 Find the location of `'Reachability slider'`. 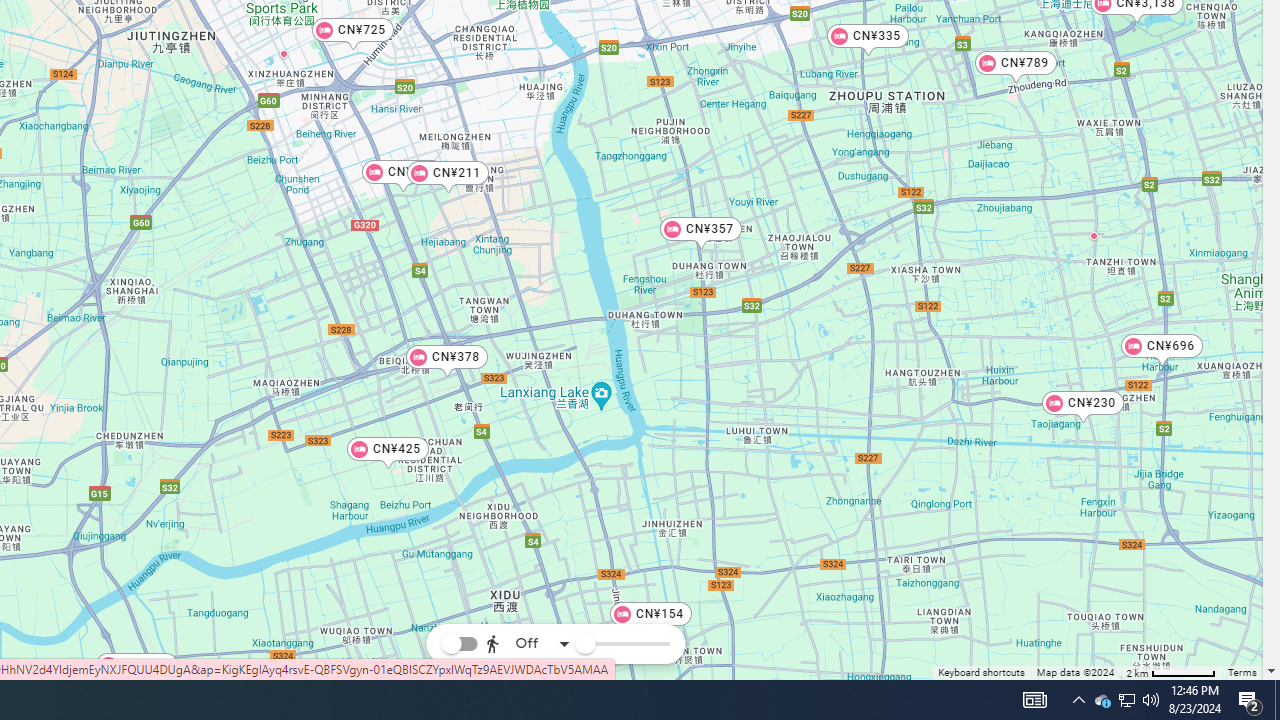

'Reachability slider' is located at coordinates (583, 644).